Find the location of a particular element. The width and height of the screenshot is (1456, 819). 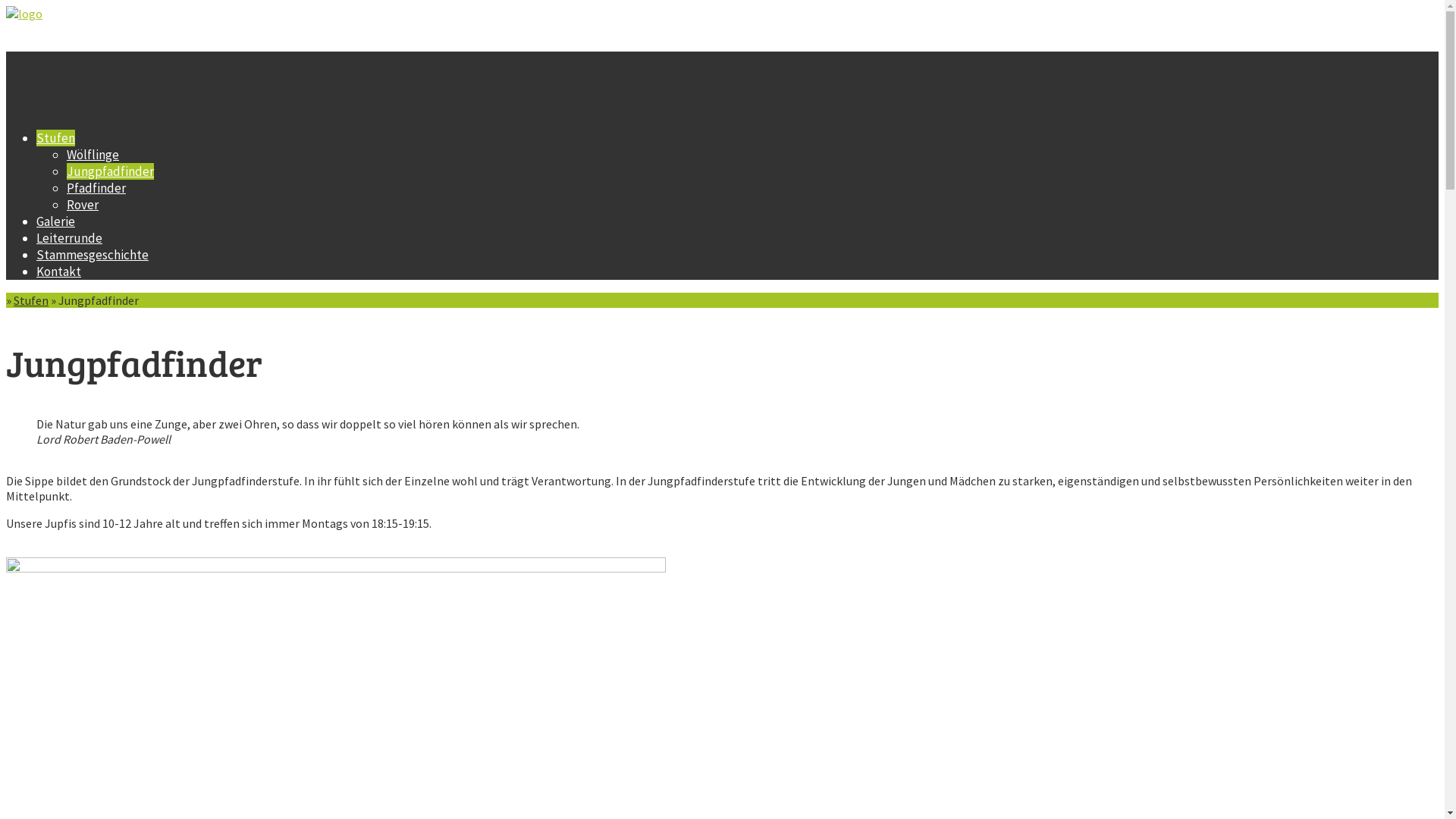

'Stammesgeschichte' is located at coordinates (91, 253).